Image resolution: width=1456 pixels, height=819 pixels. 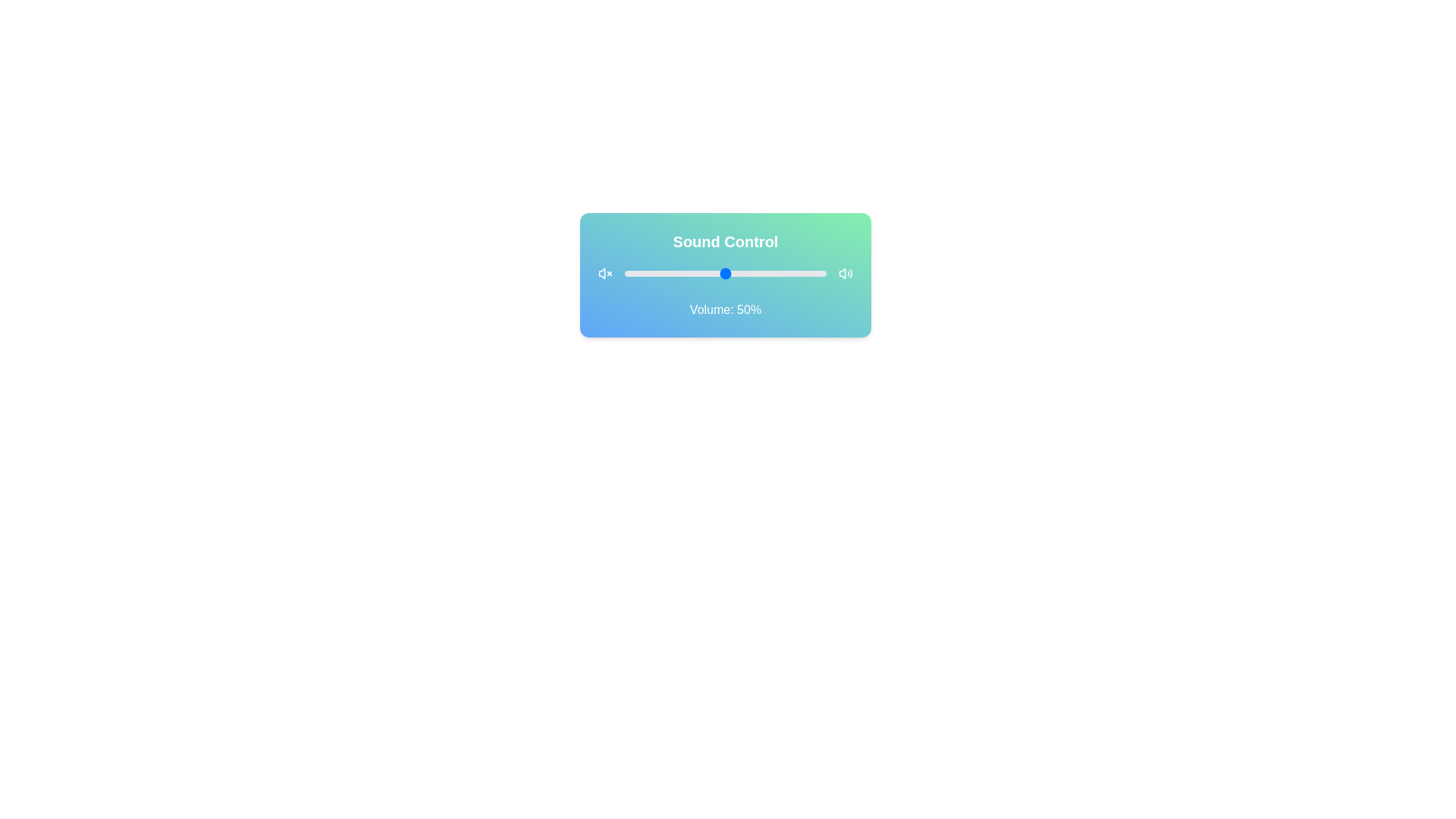 I want to click on the volume, so click(x=642, y=274).